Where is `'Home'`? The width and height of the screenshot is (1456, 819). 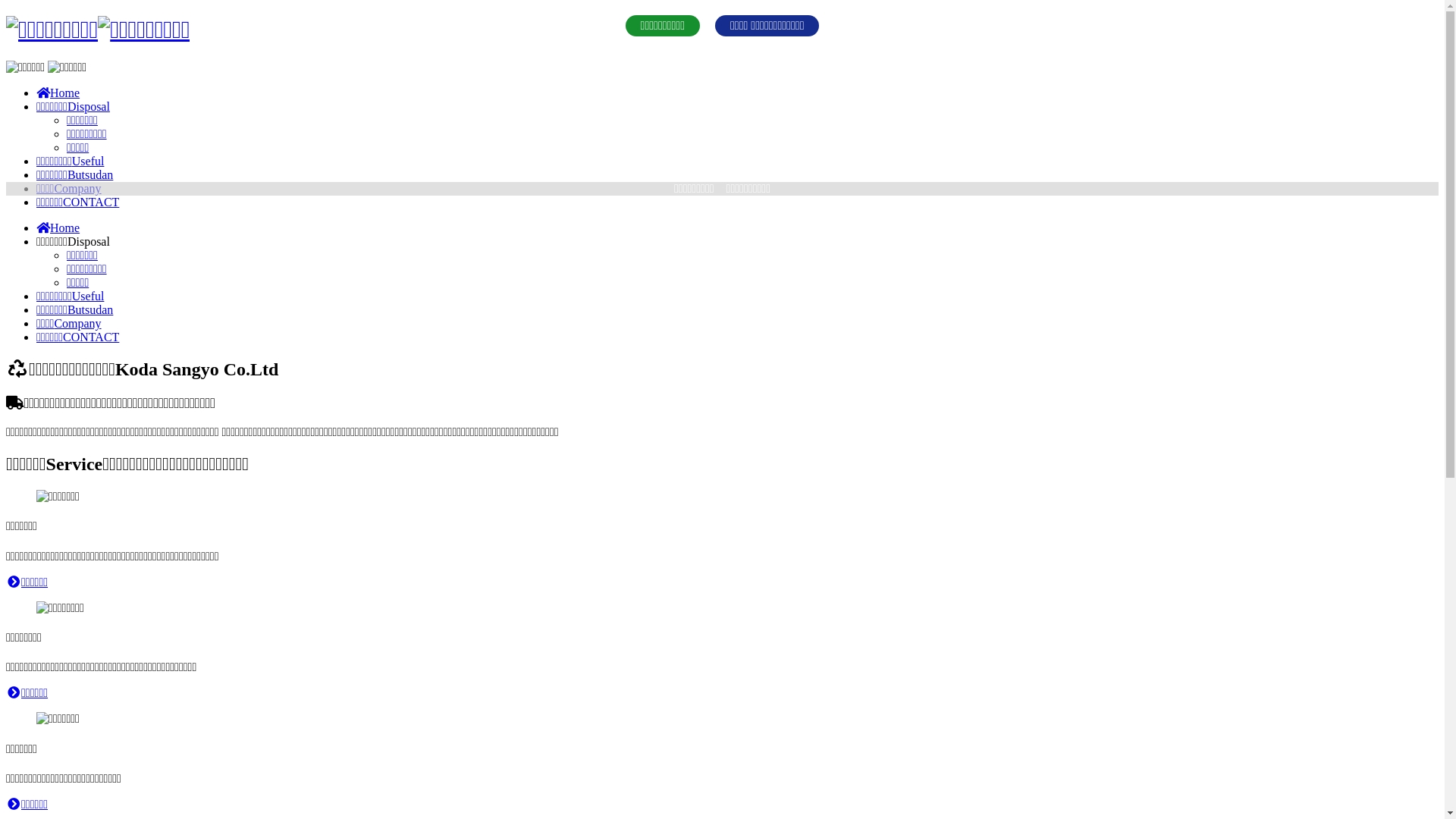
'Home' is located at coordinates (36, 227).